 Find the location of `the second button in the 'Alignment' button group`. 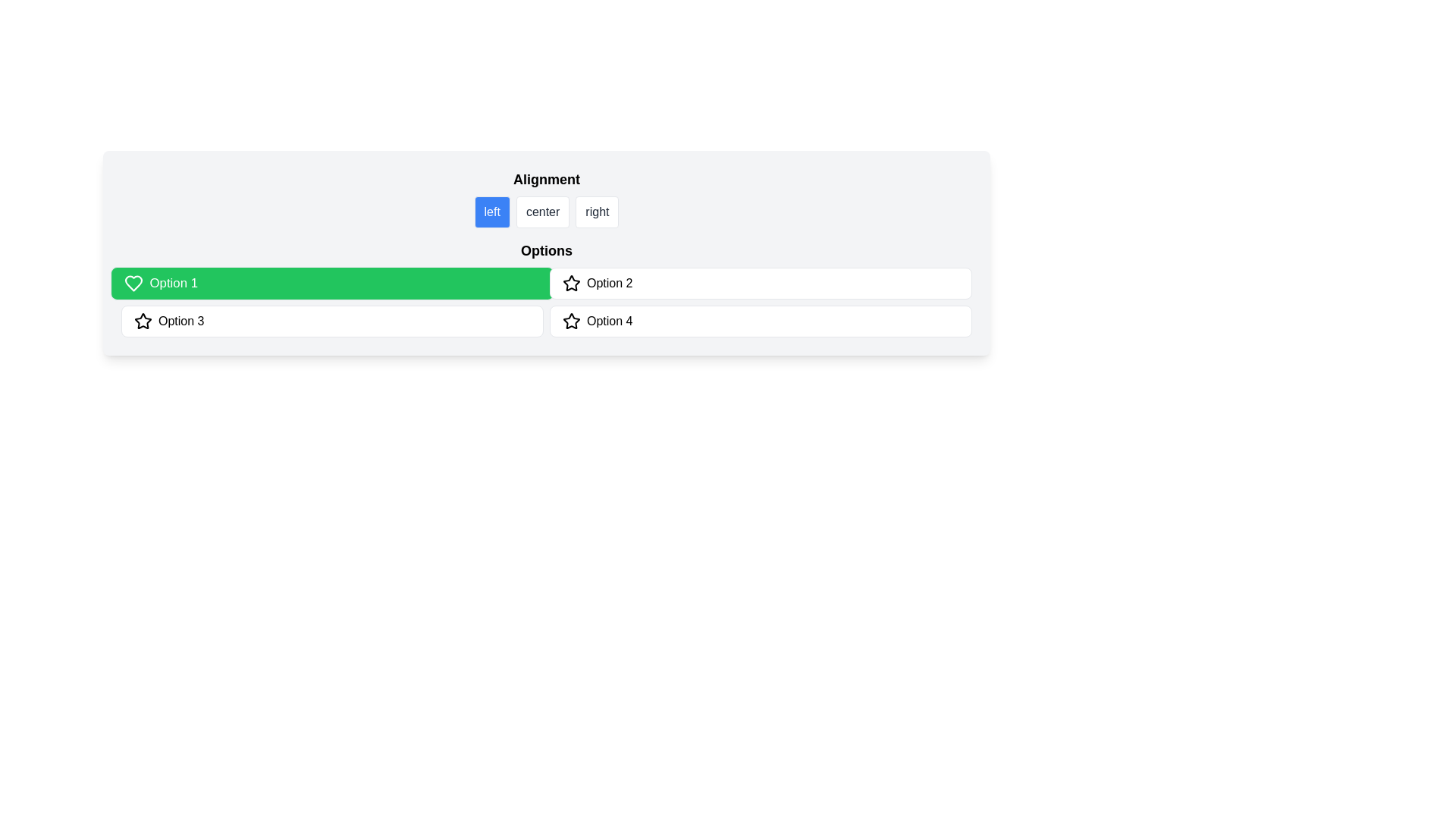

the second button in the 'Alignment' button group is located at coordinates (546, 212).